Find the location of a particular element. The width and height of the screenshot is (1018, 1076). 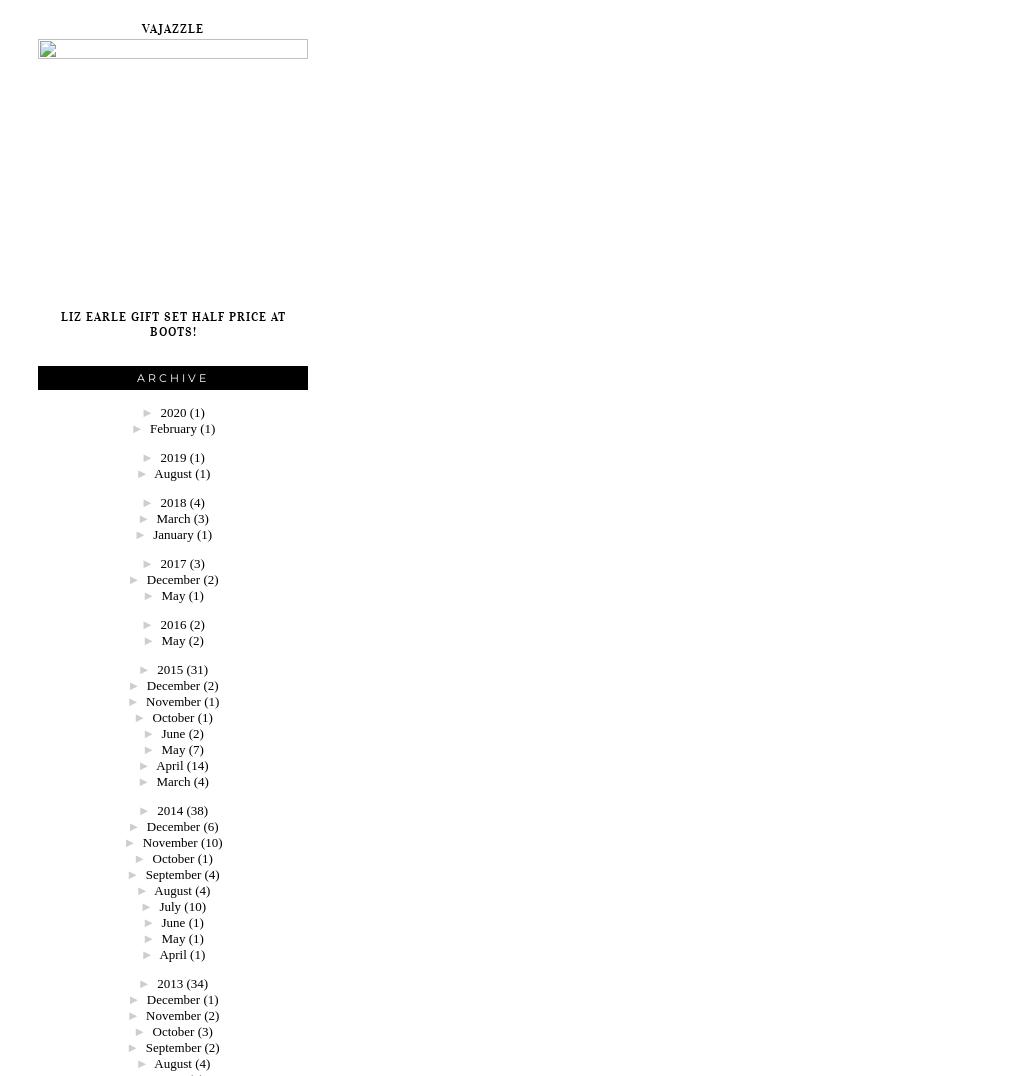

'(38)' is located at coordinates (185, 809).